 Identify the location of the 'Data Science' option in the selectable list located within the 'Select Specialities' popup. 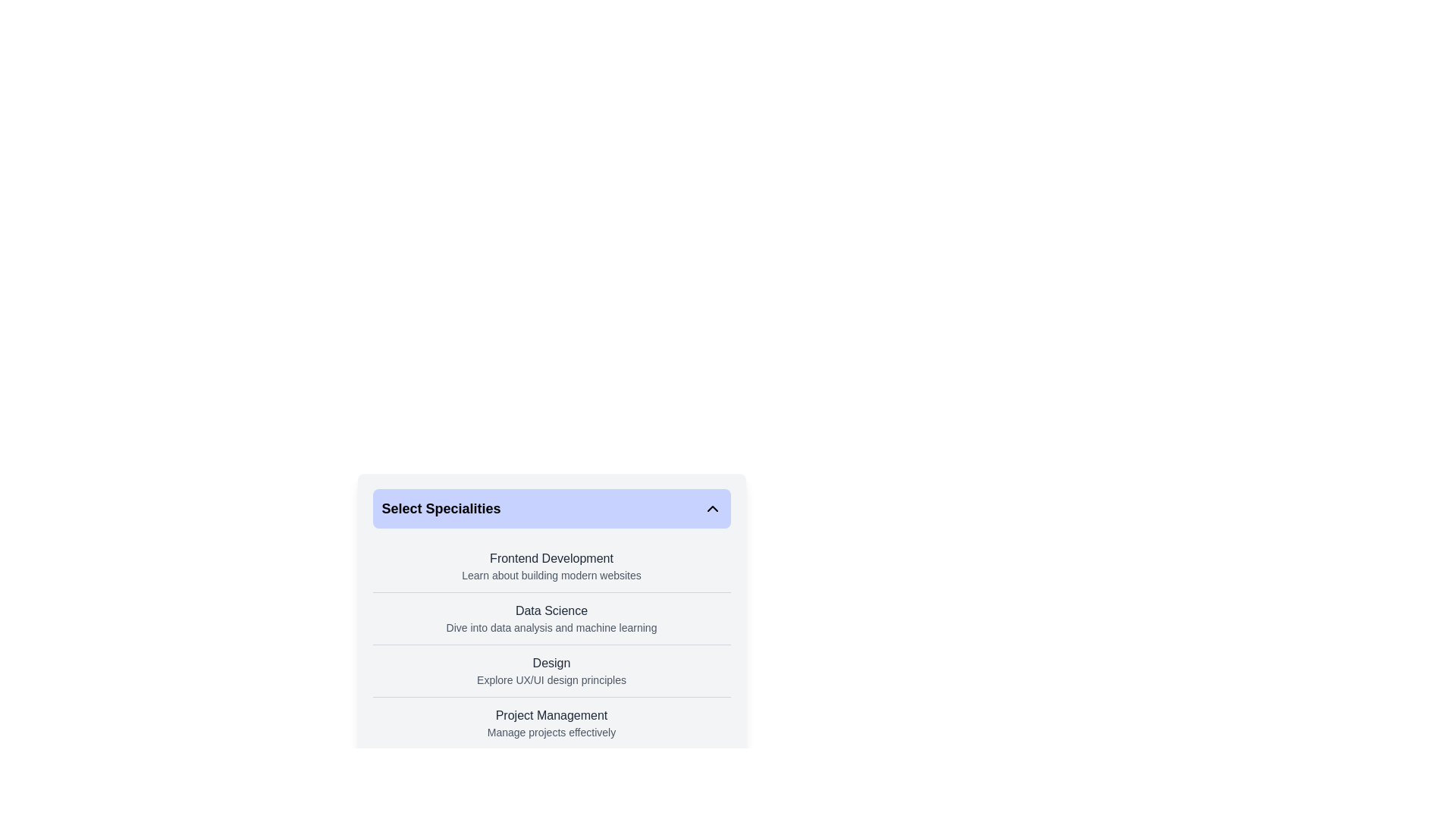
(551, 586).